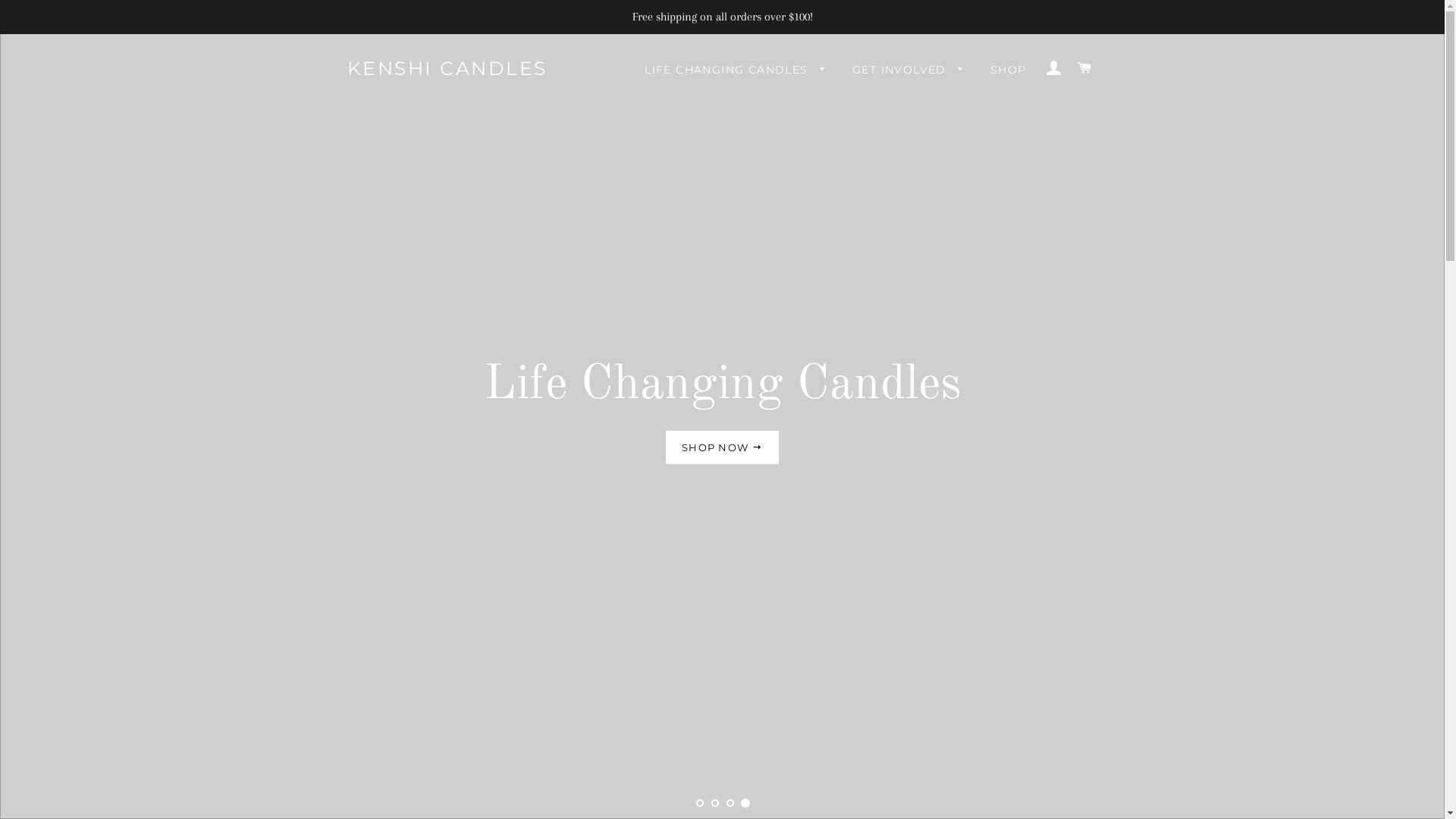 This screenshot has height=819, width=1456. I want to click on 'LOG IN', so click(1040, 67).